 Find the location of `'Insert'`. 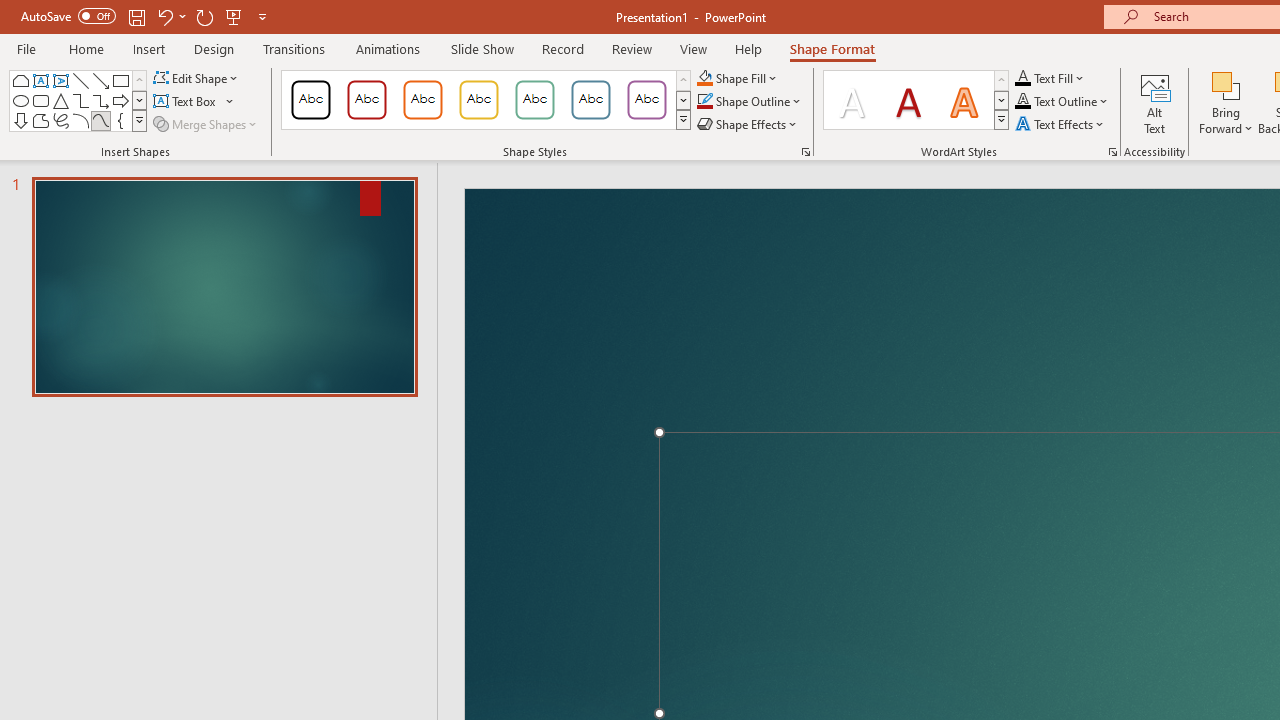

'Insert' is located at coordinates (148, 48).